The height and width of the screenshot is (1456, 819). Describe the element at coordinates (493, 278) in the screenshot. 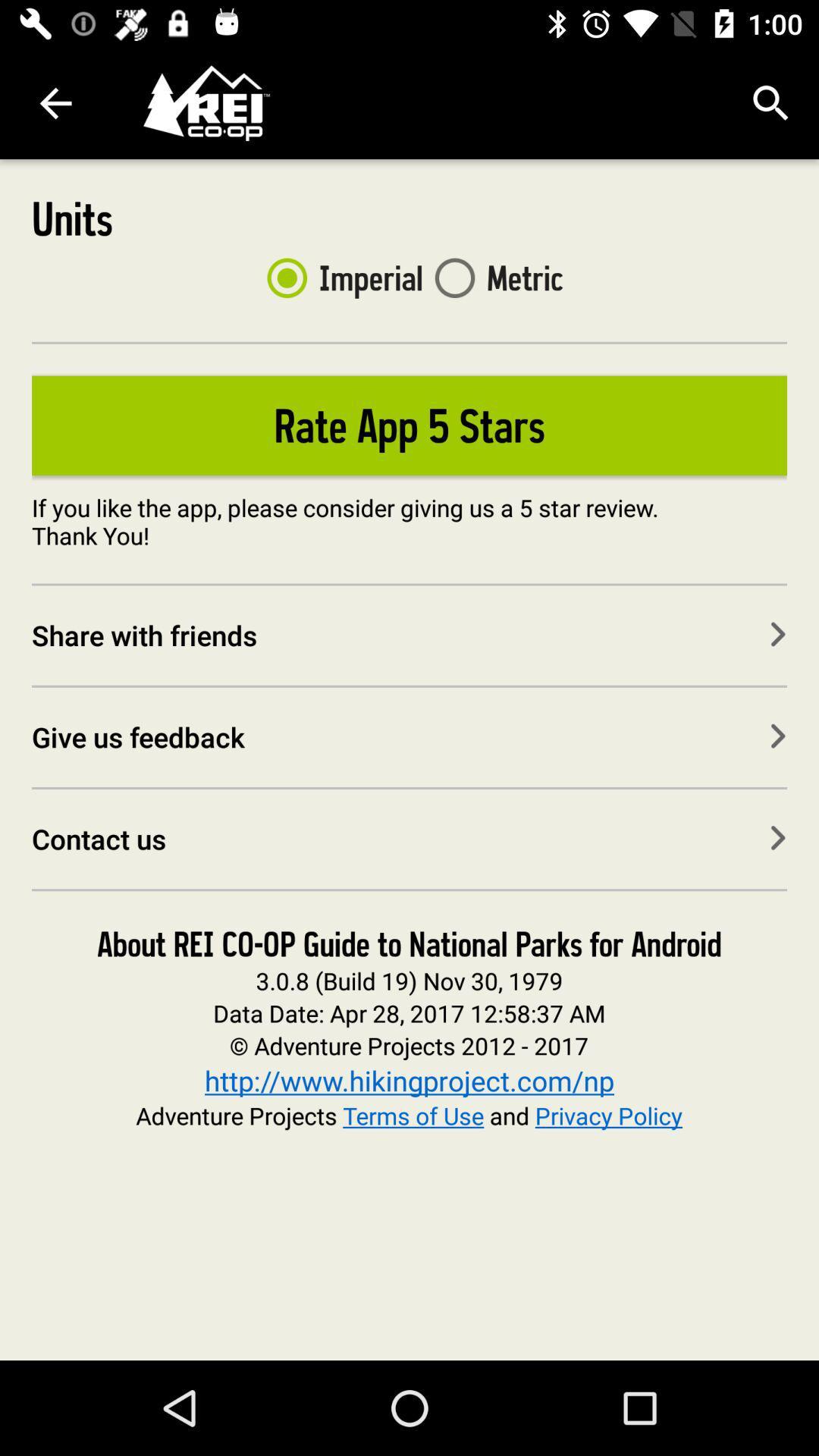

I see `the metric item` at that location.